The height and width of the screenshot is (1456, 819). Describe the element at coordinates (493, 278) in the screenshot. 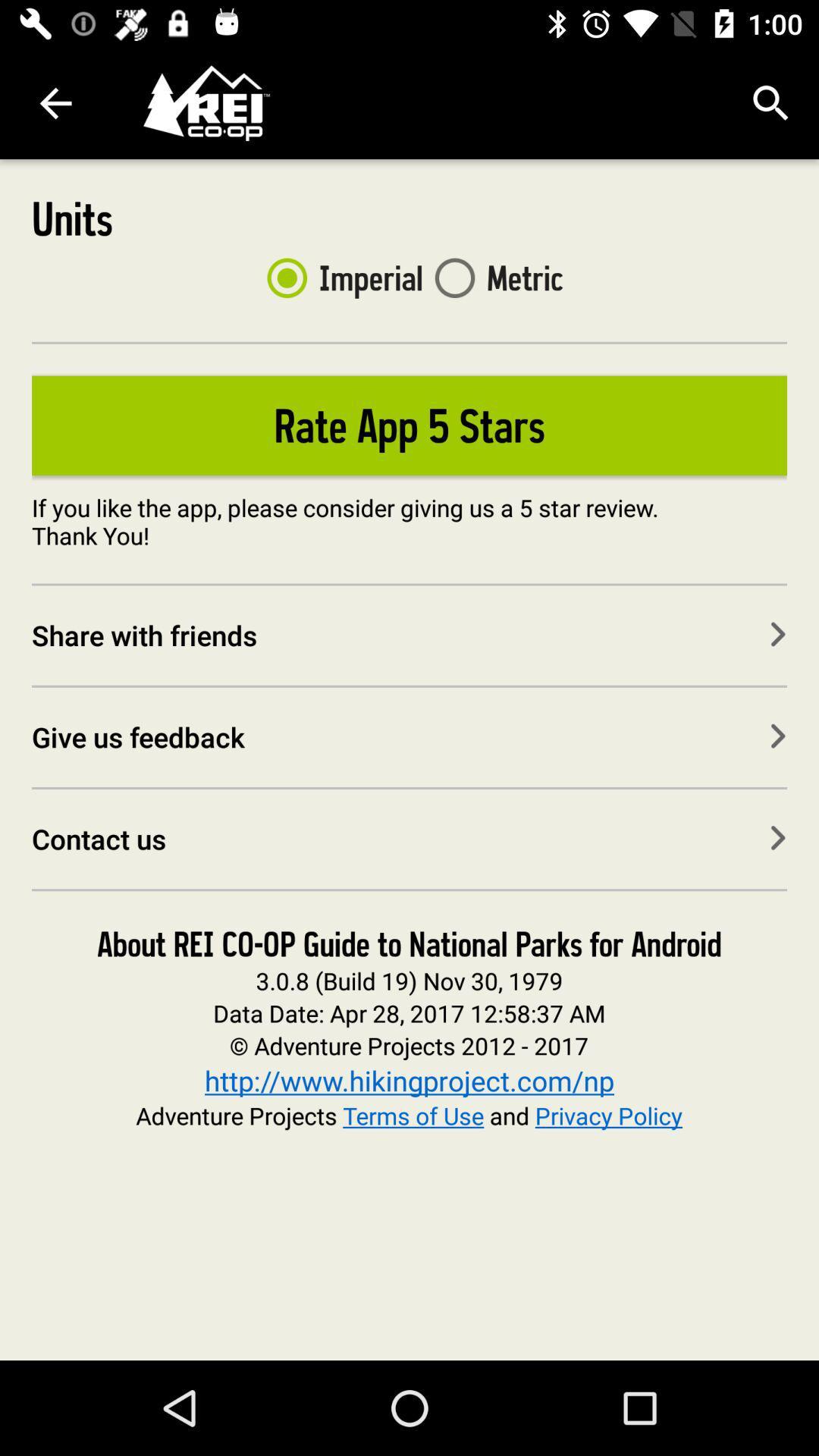

I see `the metric item` at that location.